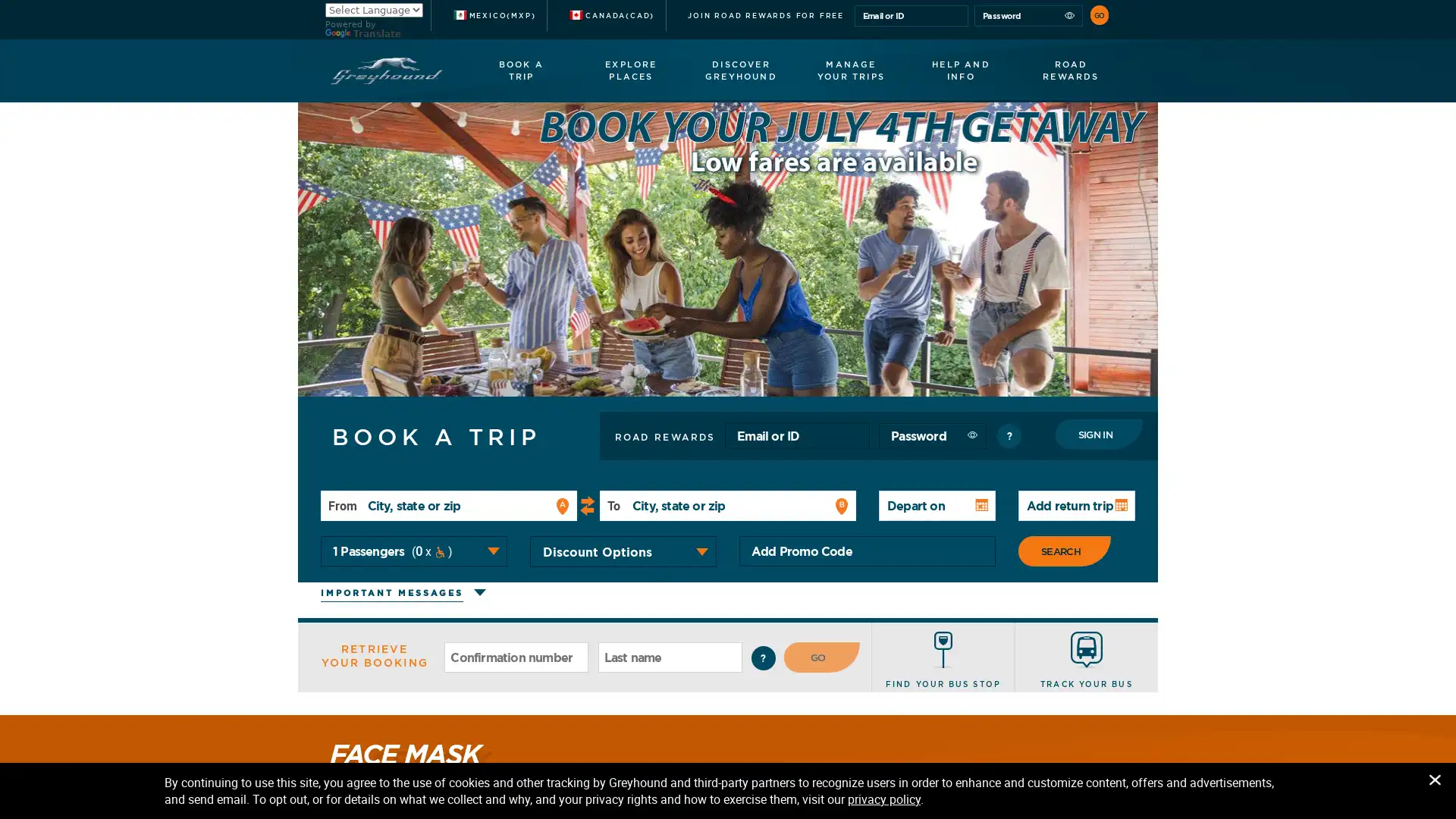 This screenshot has height=819, width=1456. Describe the element at coordinates (1063, 551) in the screenshot. I see `SEARCH` at that location.